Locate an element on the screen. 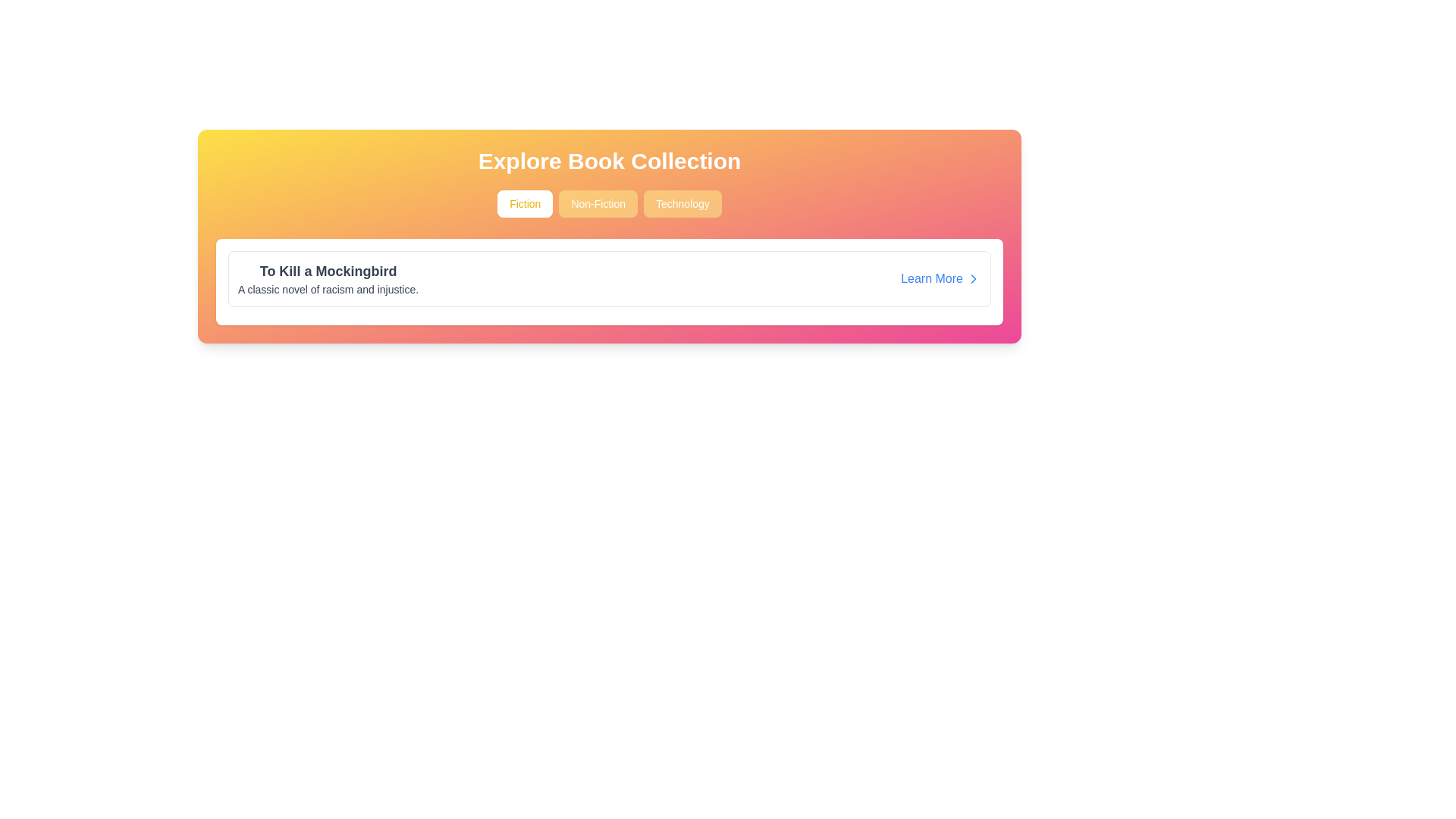 The width and height of the screenshot is (1456, 819). the navigation icon located near the end of the row associated with the 'Learn More' link is located at coordinates (973, 278).